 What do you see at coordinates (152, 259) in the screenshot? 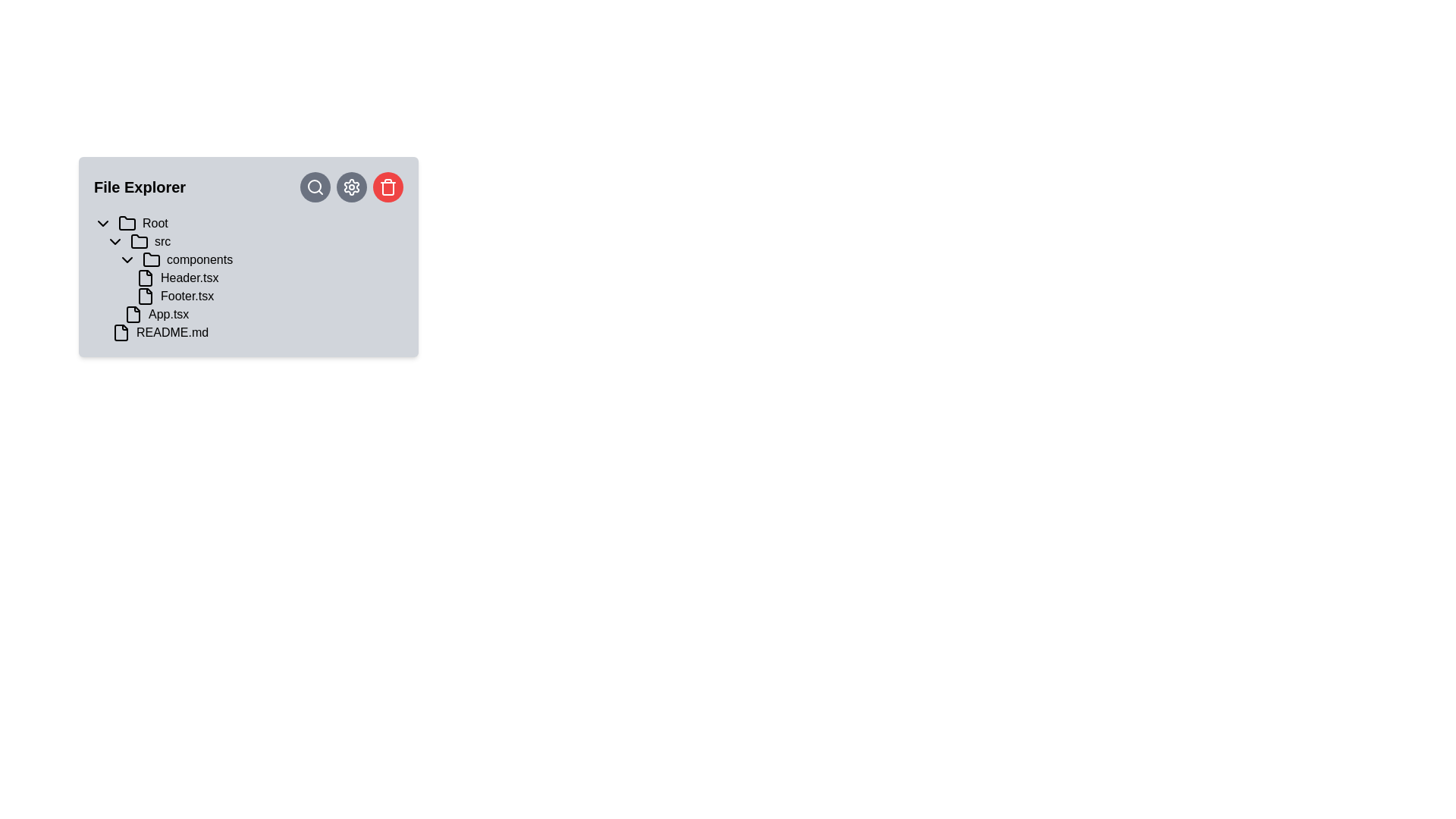
I see `the SVG-based folder icon located next to the text 'components'` at bounding box center [152, 259].